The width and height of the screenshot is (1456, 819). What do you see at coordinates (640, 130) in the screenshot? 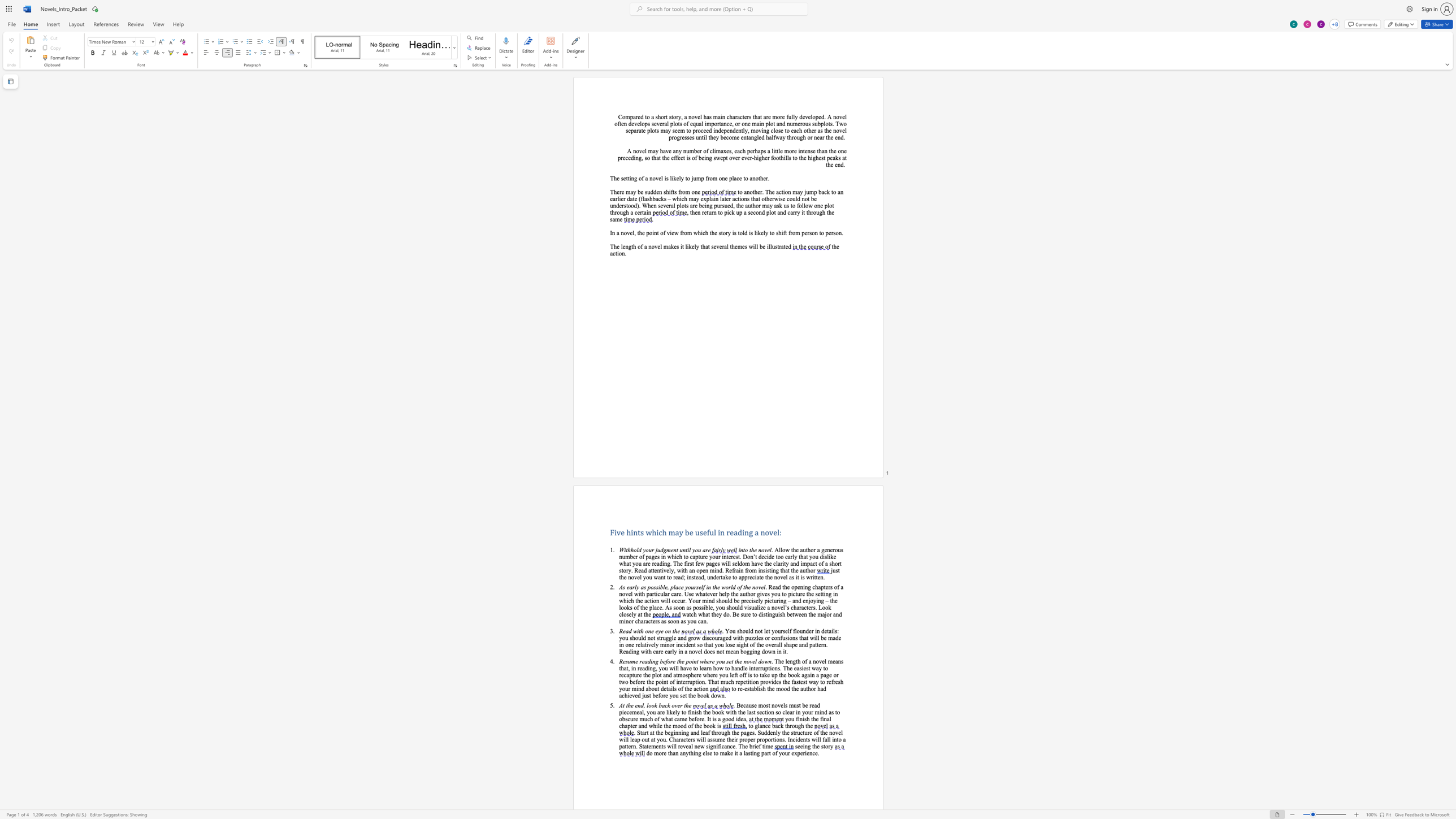
I see `the space between the continuous character "a" and "t" in the text` at bounding box center [640, 130].